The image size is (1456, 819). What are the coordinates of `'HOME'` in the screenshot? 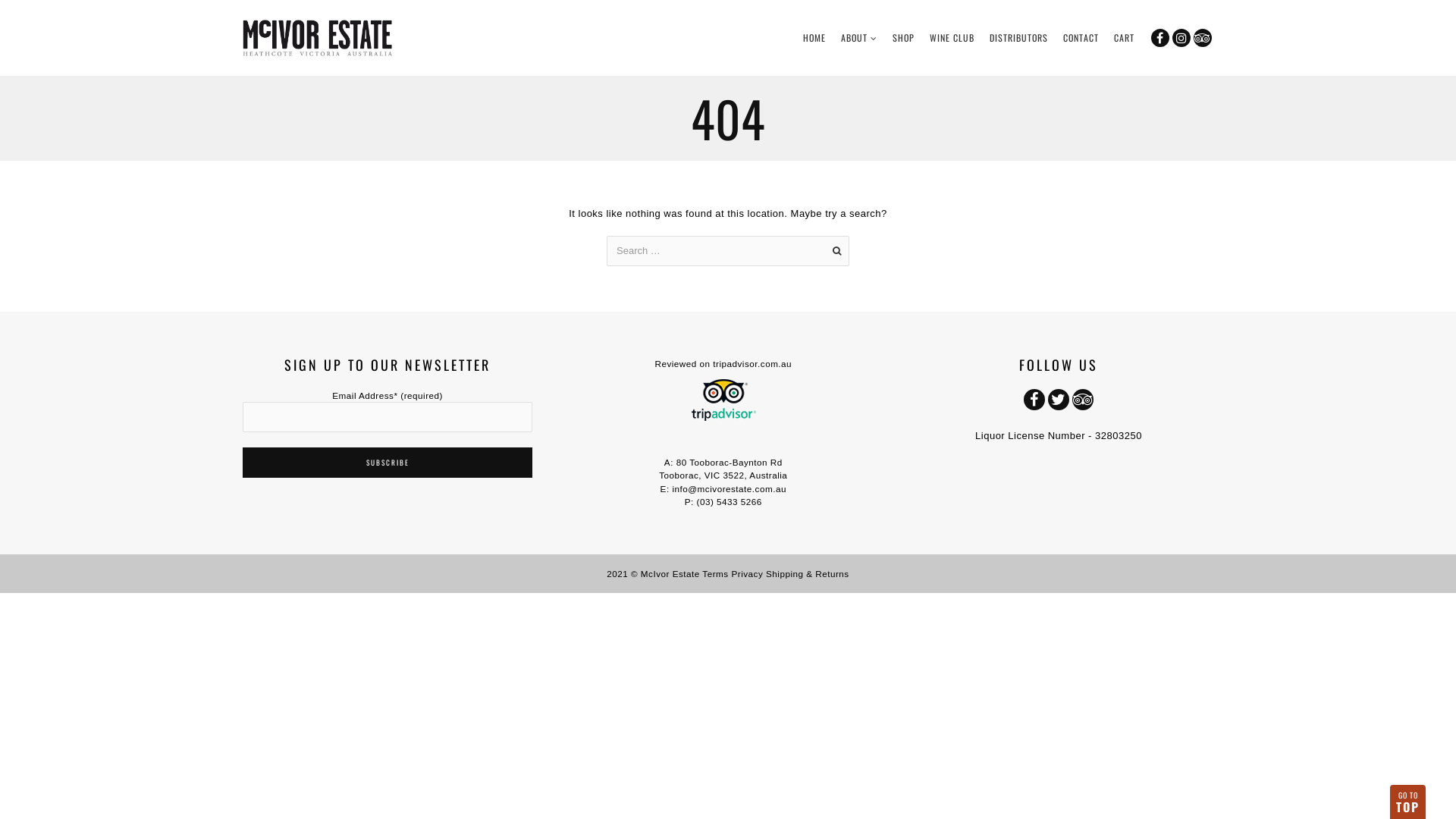 It's located at (814, 37).